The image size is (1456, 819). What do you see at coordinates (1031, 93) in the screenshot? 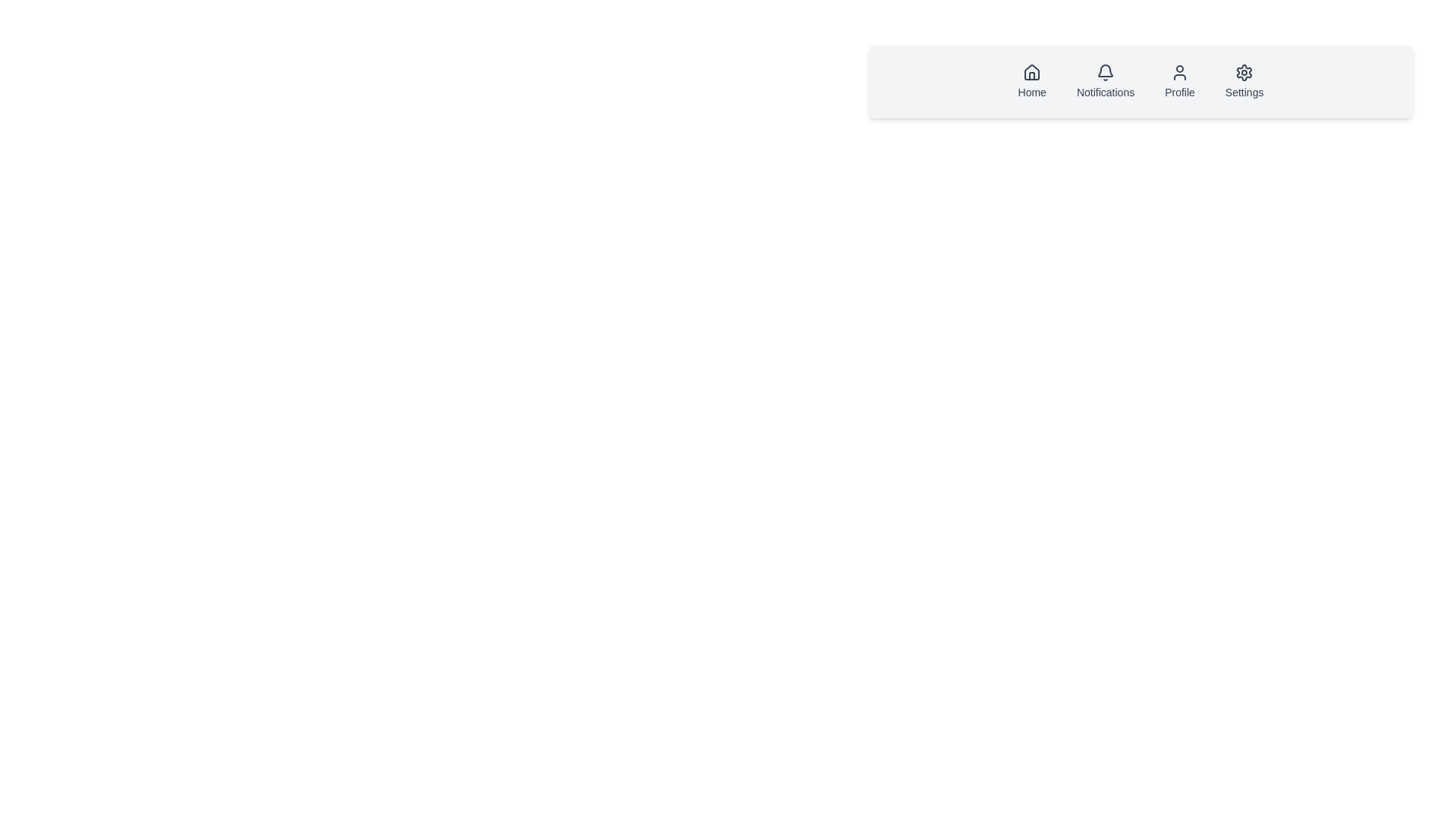
I see `text of the label that describes the navigation icon for 'Home', located at the bottom of the top-right navigation bar` at bounding box center [1031, 93].